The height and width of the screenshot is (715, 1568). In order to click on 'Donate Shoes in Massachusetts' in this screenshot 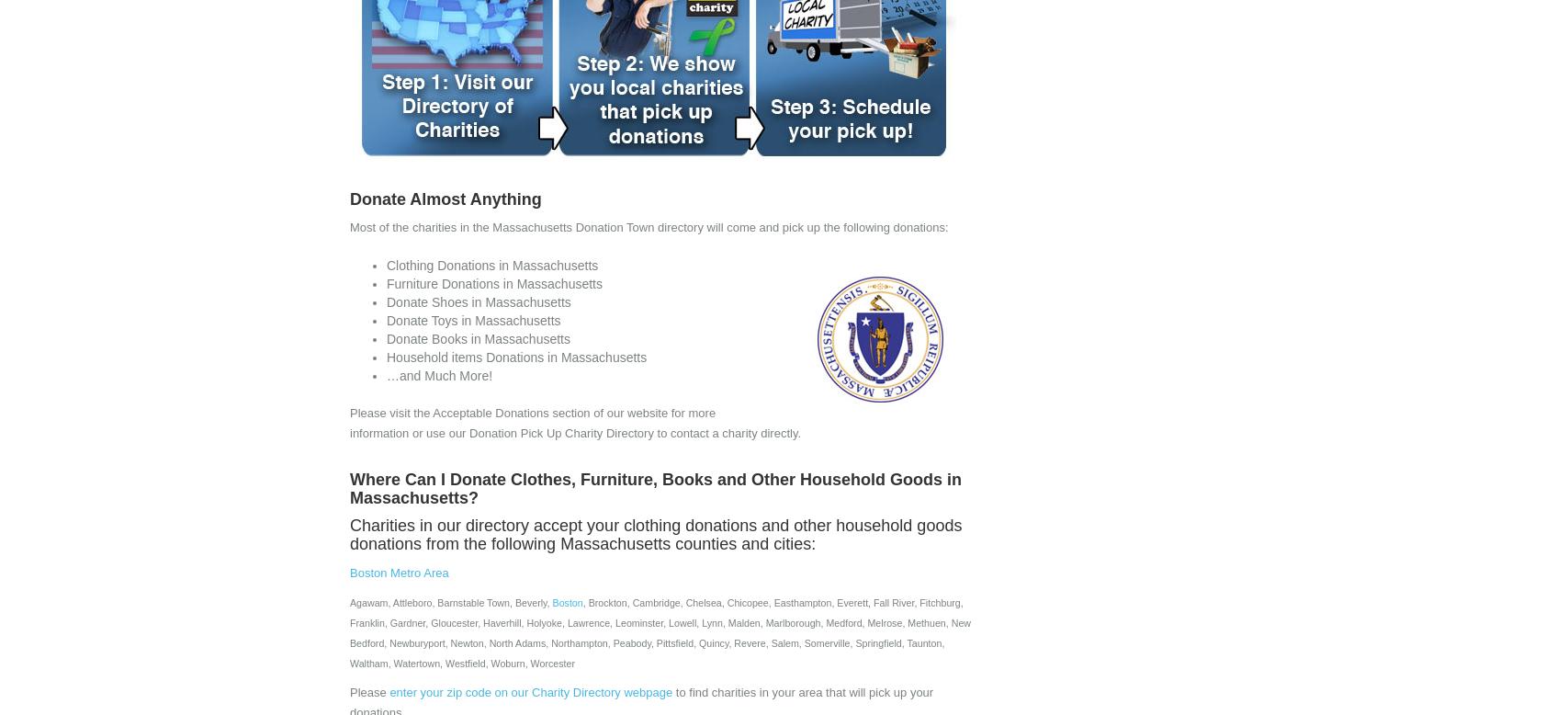, I will do `click(478, 301)`.